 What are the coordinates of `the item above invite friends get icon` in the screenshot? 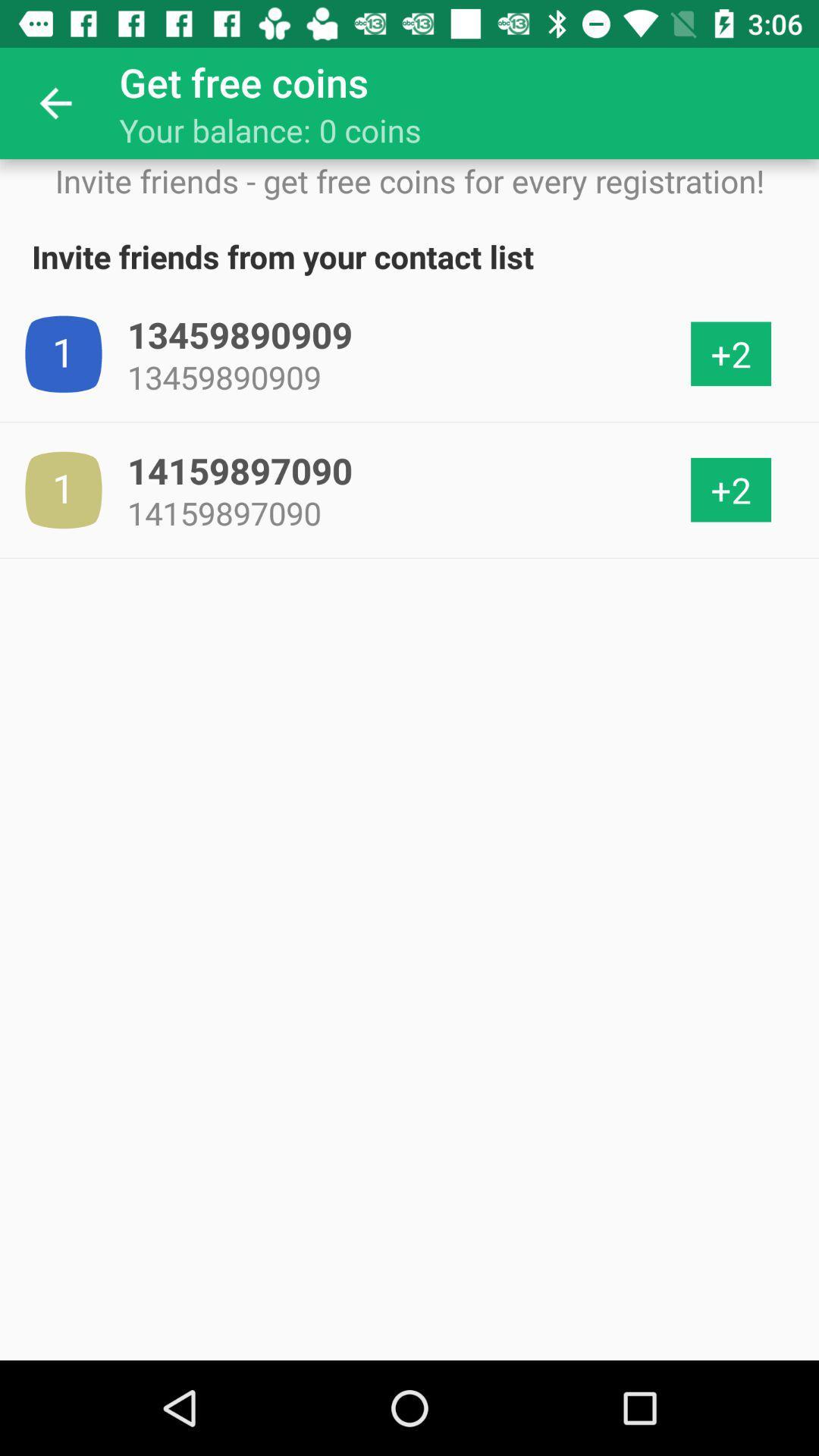 It's located at (55, 102).